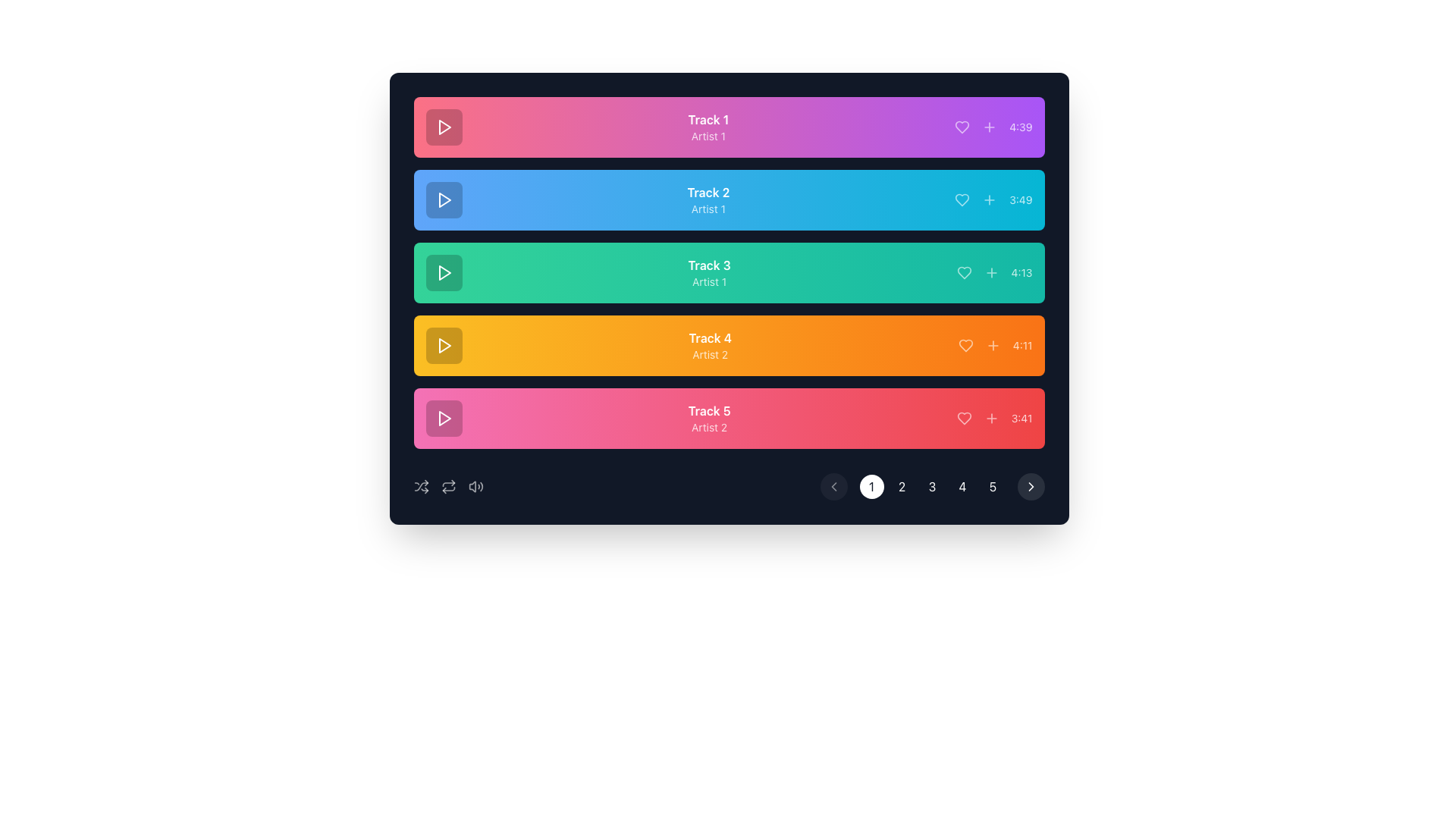 Image resolution: width=1456 pixels, height=819 pixels. Describe the element at coordinates (443, 199) in the screenshot. I see `the play button located in the second row of the track list with a blue background to initiate playback` at that location.